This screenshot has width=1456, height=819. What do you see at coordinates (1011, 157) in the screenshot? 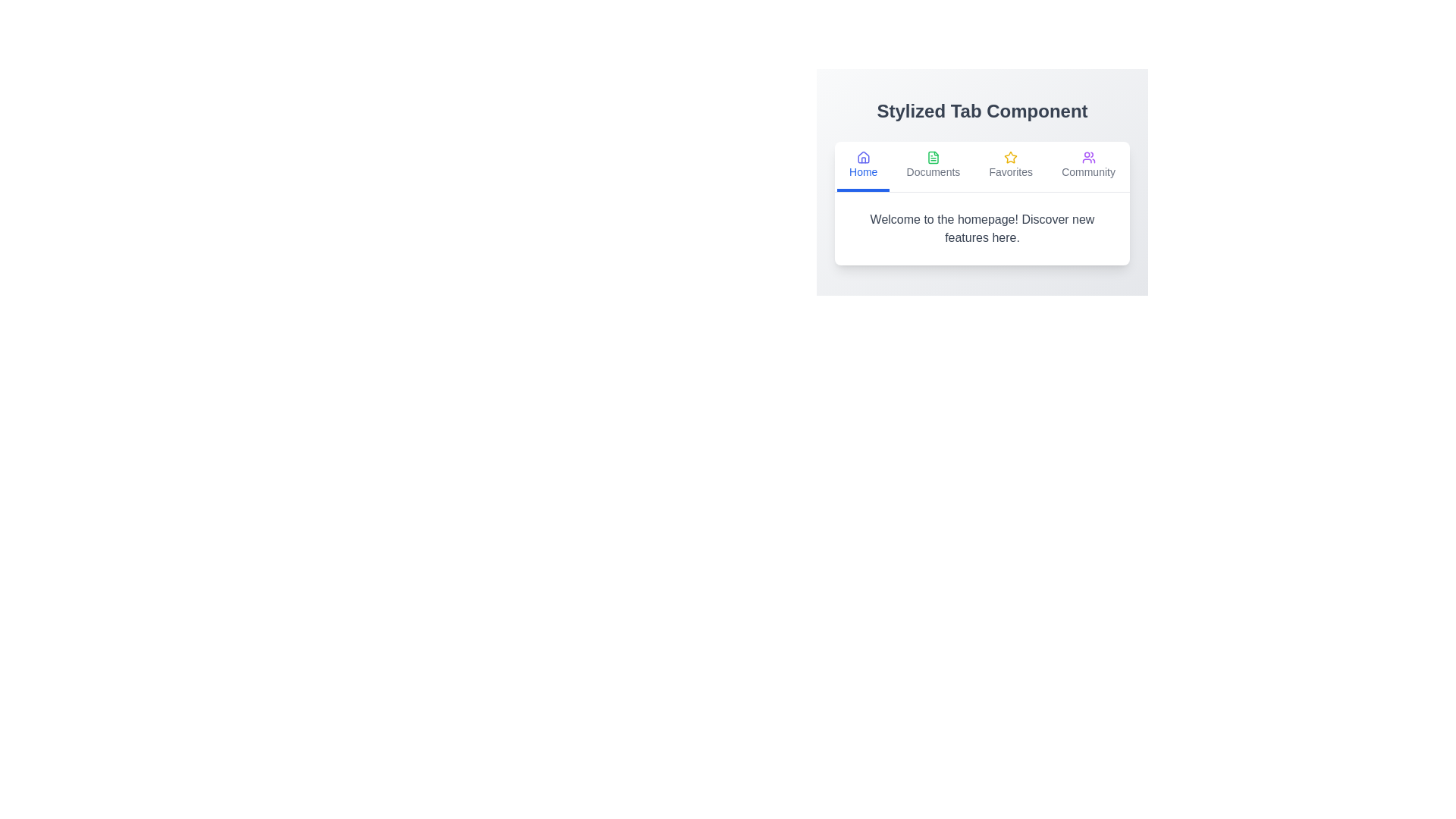
I see `the yellow star-shaped icon located in the 'Favorites' tab` at bounding box center [1011, 157].